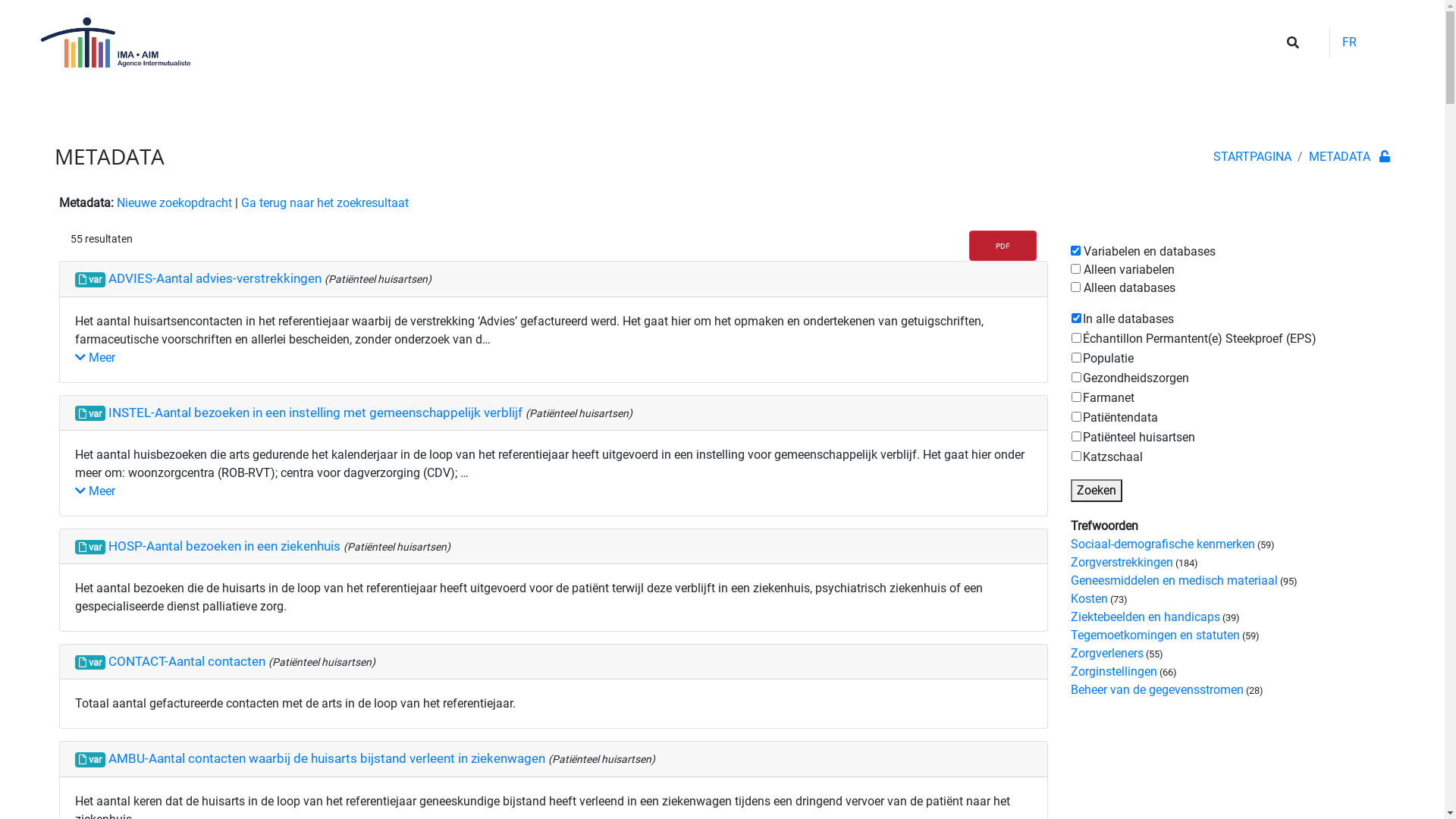 The image size is (1456, 819). Describe the element at coordinates (1173, 580) in the screenshot. I see `'Geneesmiddelen en medisch materiaal'` at that location.